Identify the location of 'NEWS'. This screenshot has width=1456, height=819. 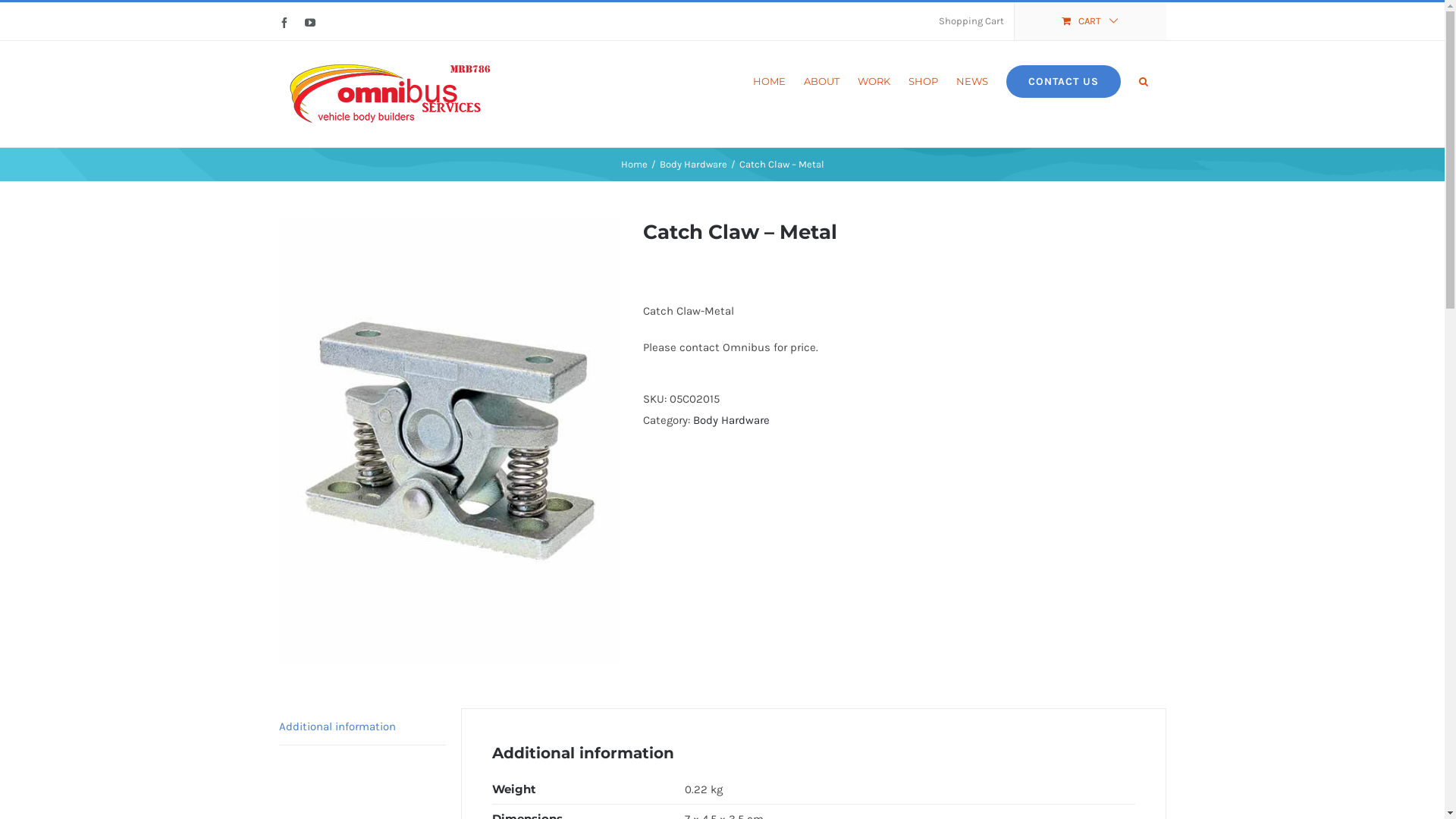
(971, 80).